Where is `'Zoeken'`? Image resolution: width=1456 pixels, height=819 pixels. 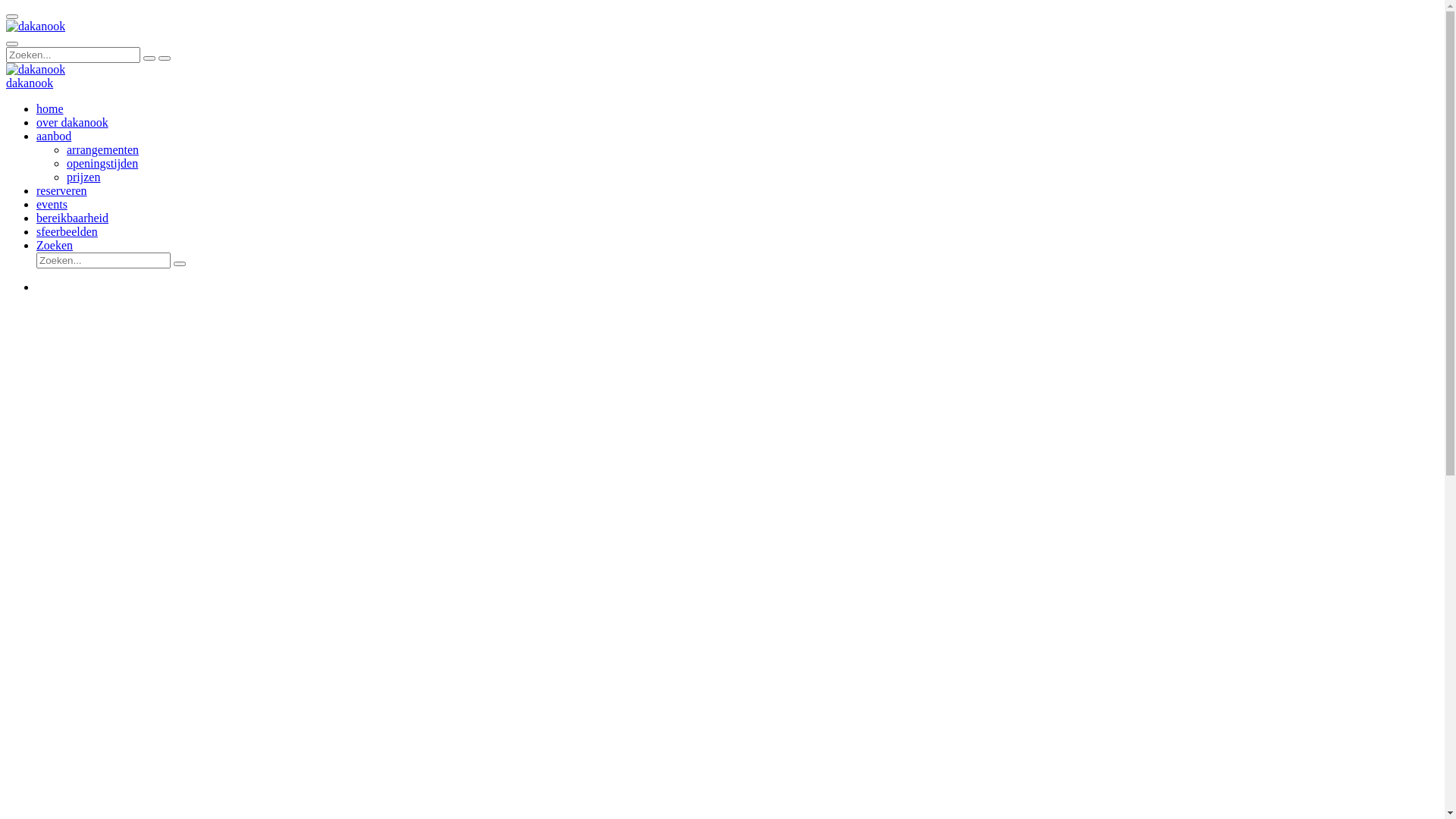
'Zoeken' is located at coordinates (55, 244).